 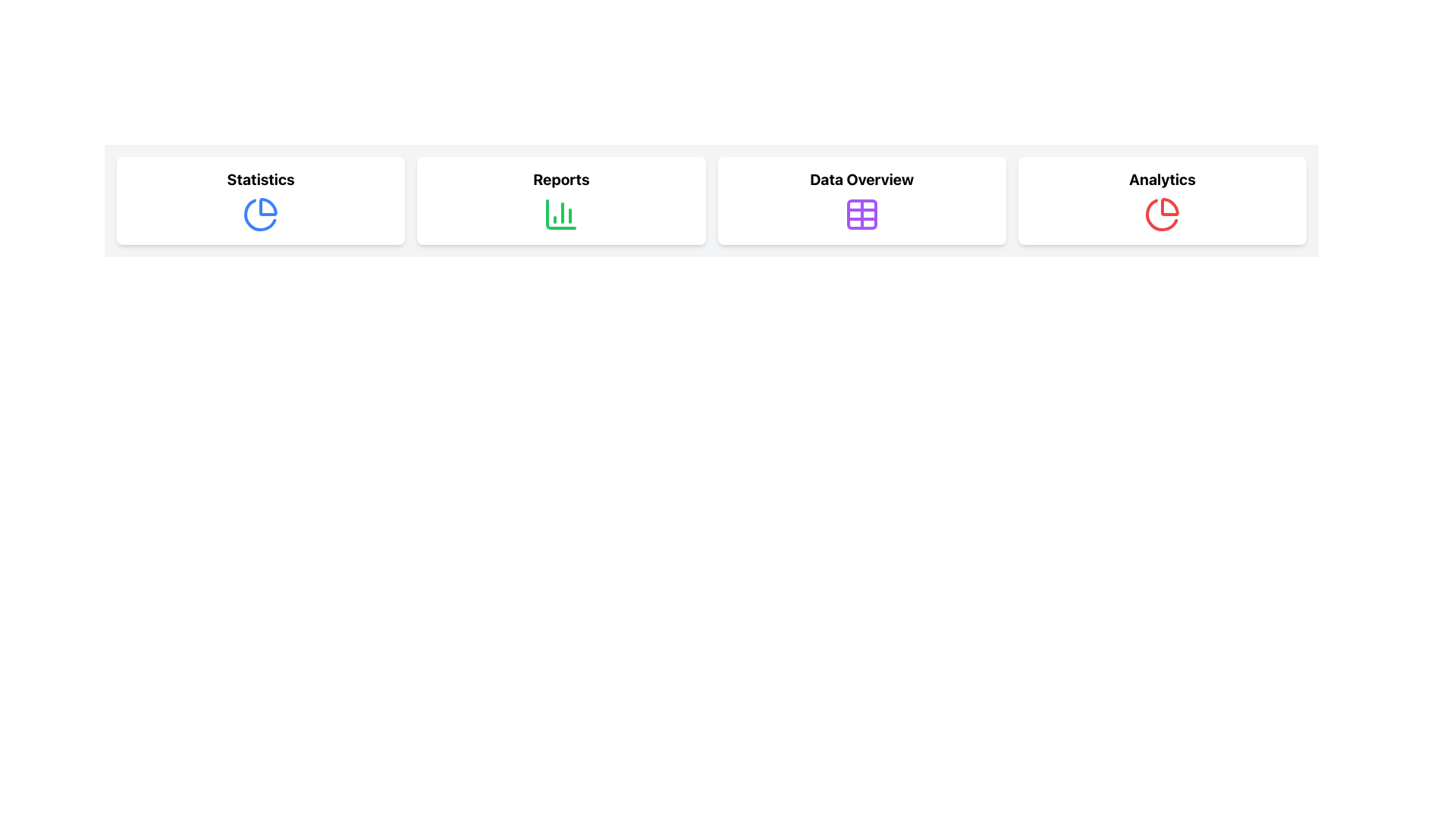 I want to click on the navigation card component labeled 'Analytics' with a red pie-chart icon, positioned as the fourth card in a grid layout, so click(x=1161, y=200).